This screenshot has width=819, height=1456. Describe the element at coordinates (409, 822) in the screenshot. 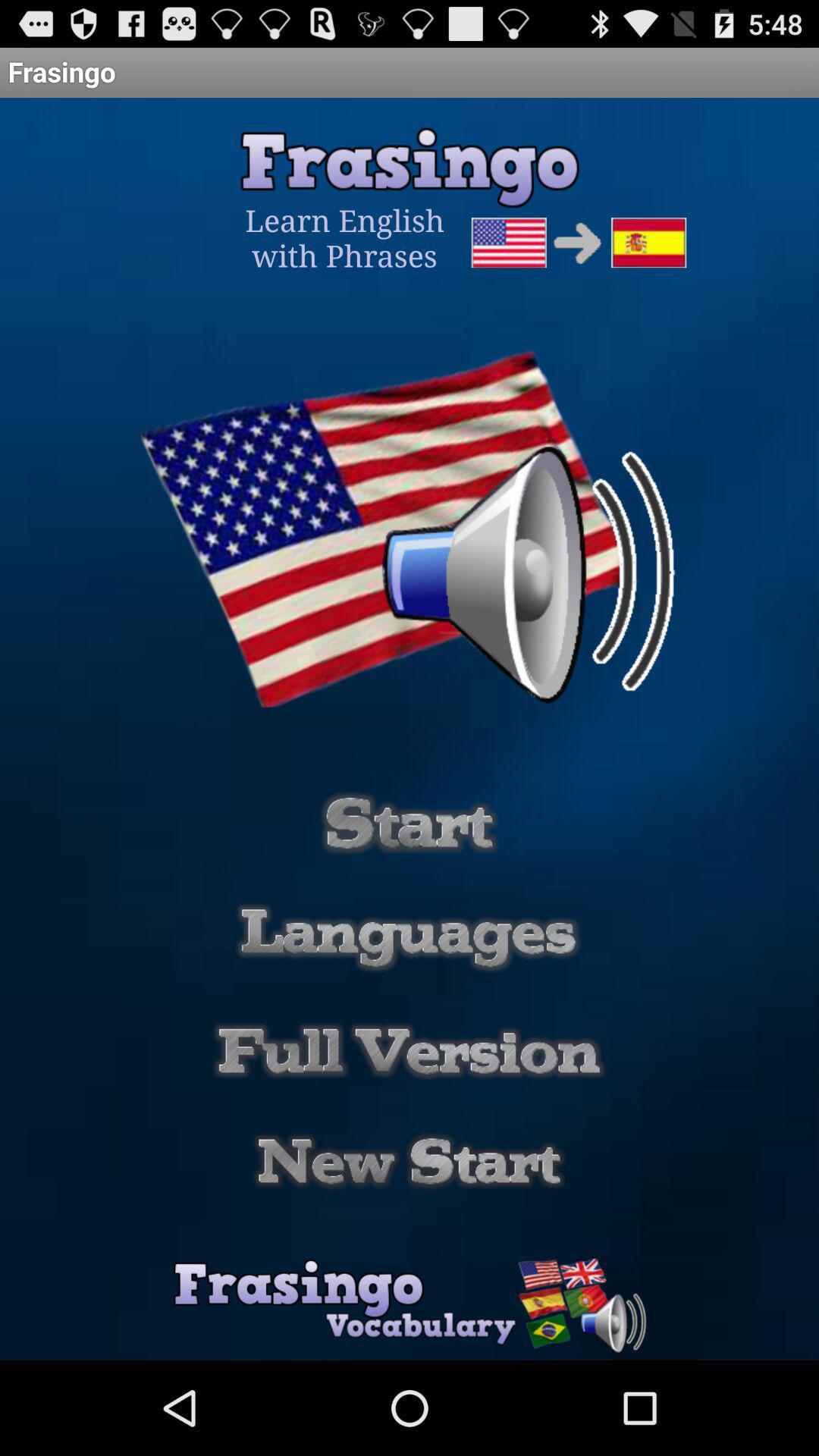

I see `start button` at that location.